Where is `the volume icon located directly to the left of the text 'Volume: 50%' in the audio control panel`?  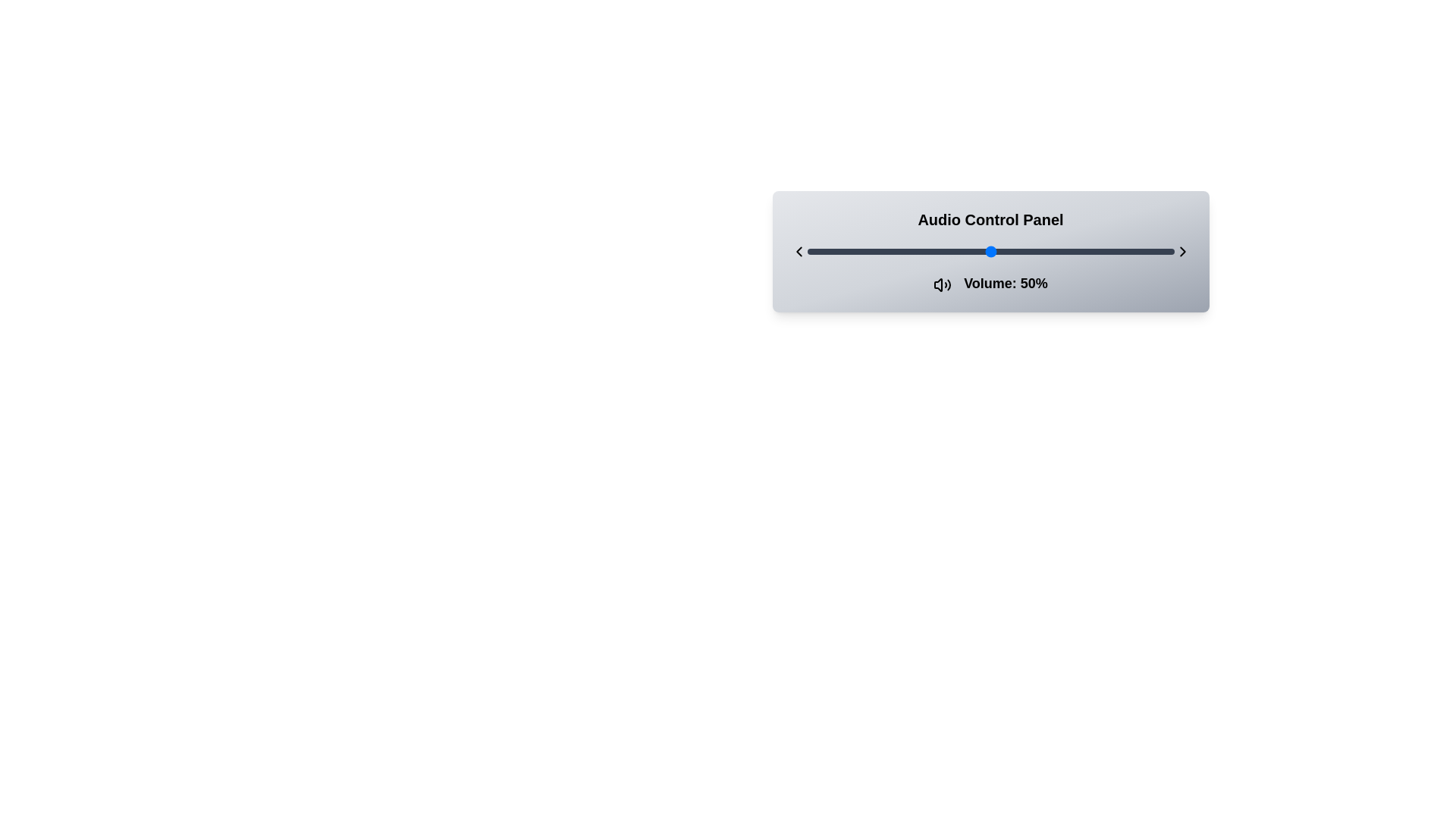
the volume icon located directly to the left of the text 'Volume: 50%' in the audio control panel is located at coordinates (942, 284).